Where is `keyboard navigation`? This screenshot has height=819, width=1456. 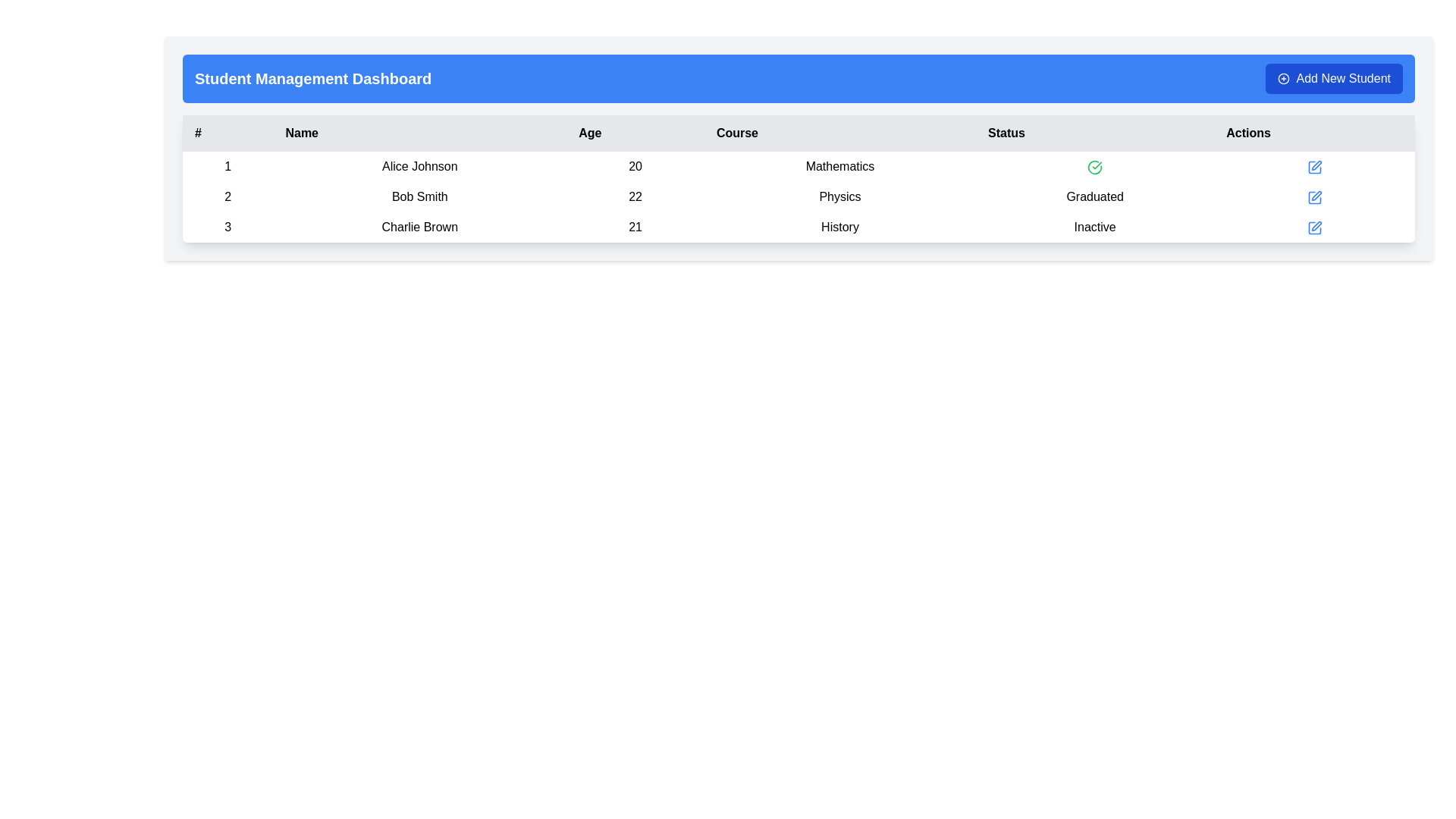 keyboard navigation is located at coordinates (1333, 79).